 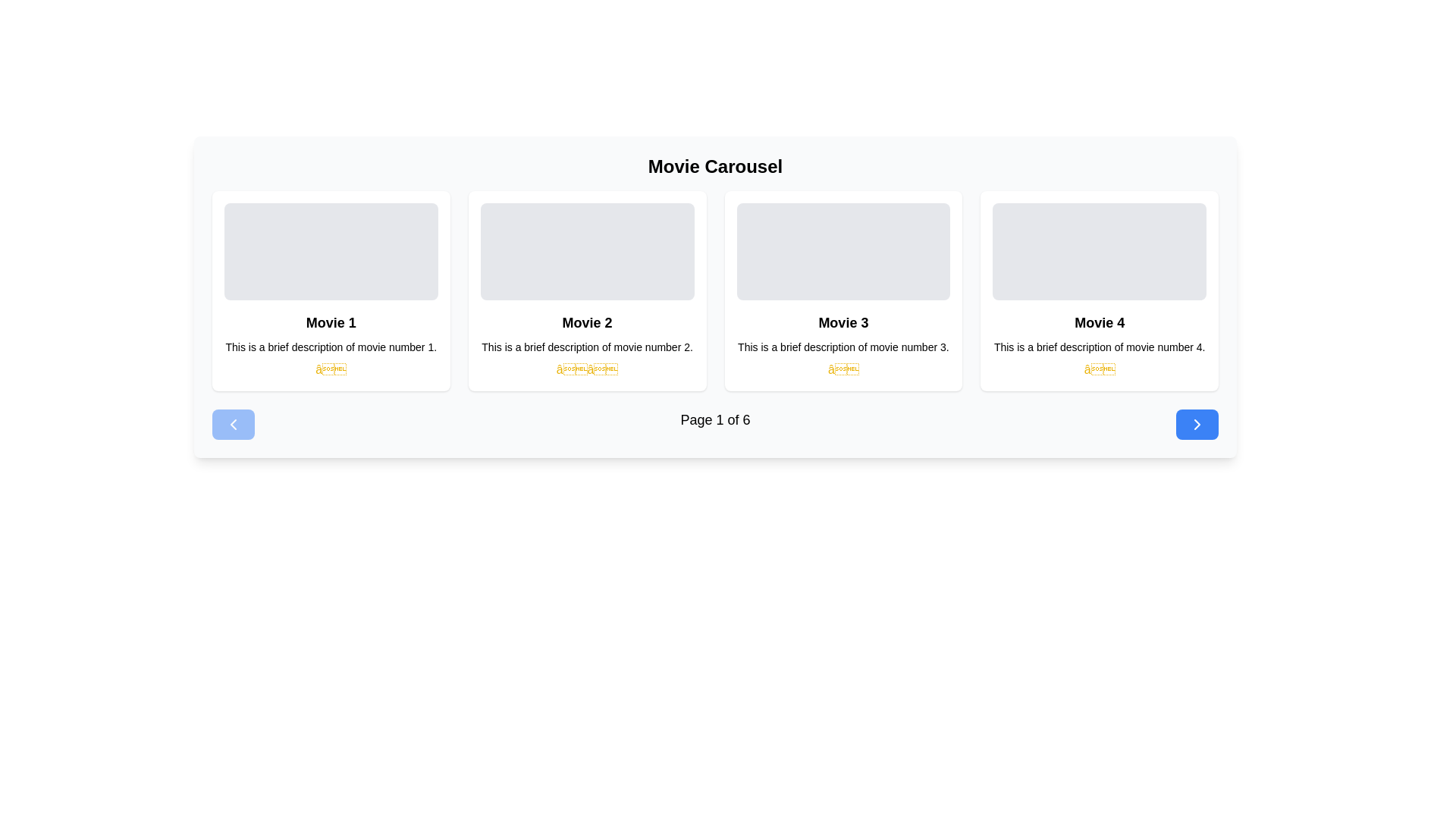 I want to click on the leftmost pagination button for navigating to the previous page of items, so click(x=232, y=424).